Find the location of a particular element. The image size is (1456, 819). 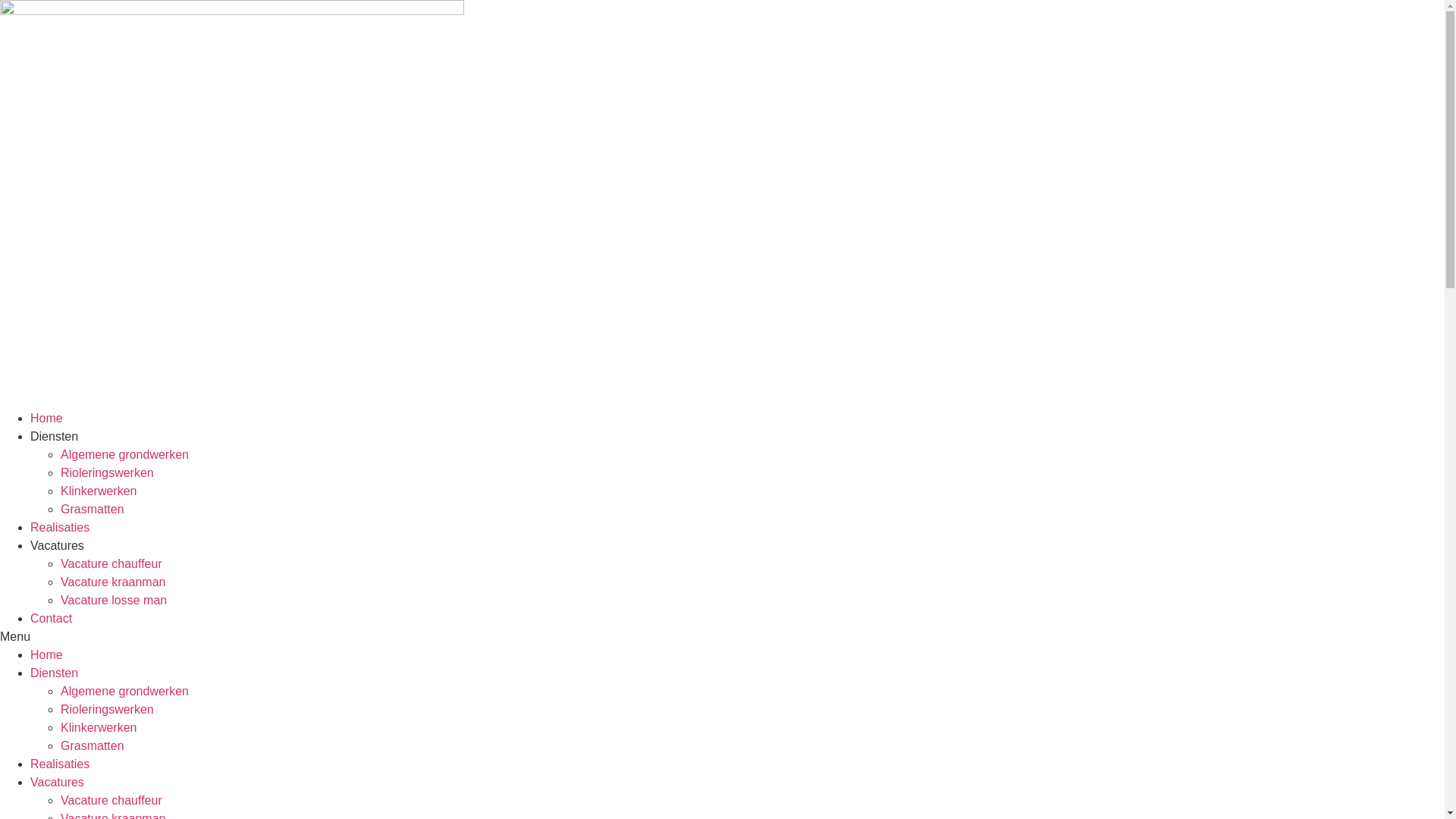

'Contact' is located at coordinates (30, 618).